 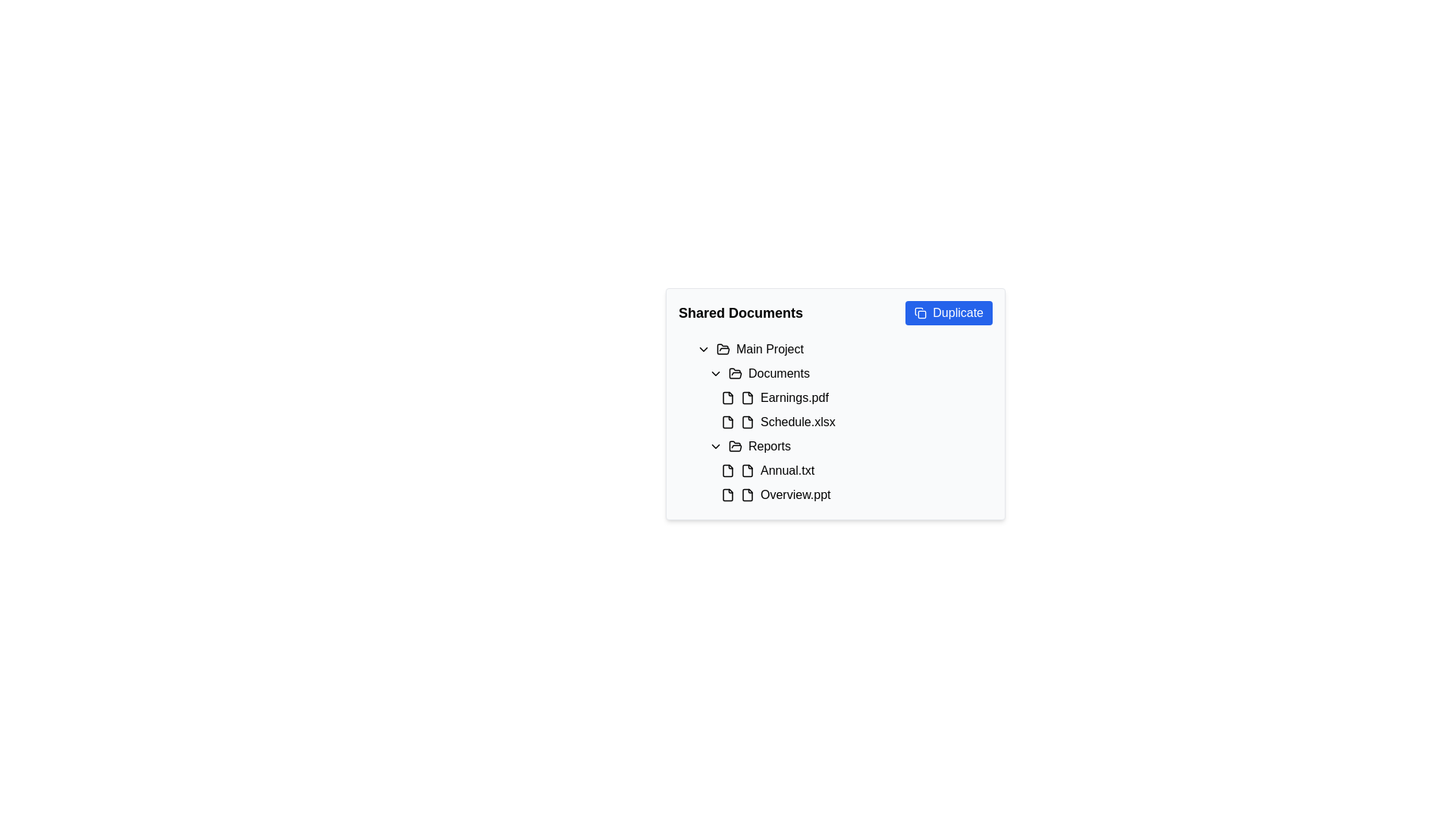 I want to click on the graphical shape that represents part of the duplicate icon, located within the 'Shared Documents' content card, adjacent to the blue 'Duplicate' button, so click(x=921, y=314).